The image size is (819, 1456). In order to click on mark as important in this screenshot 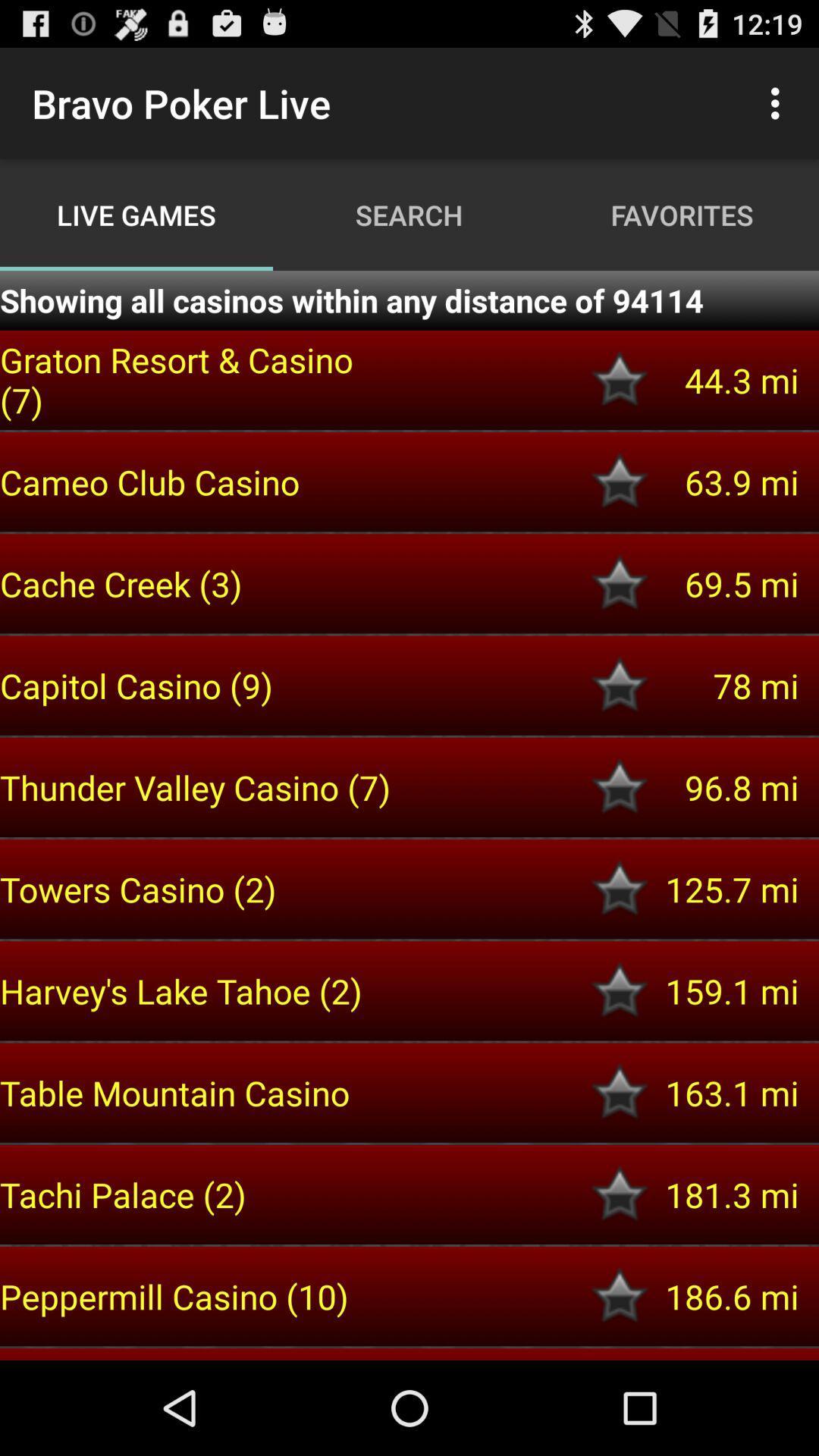, I will do `click(620, 889)`.